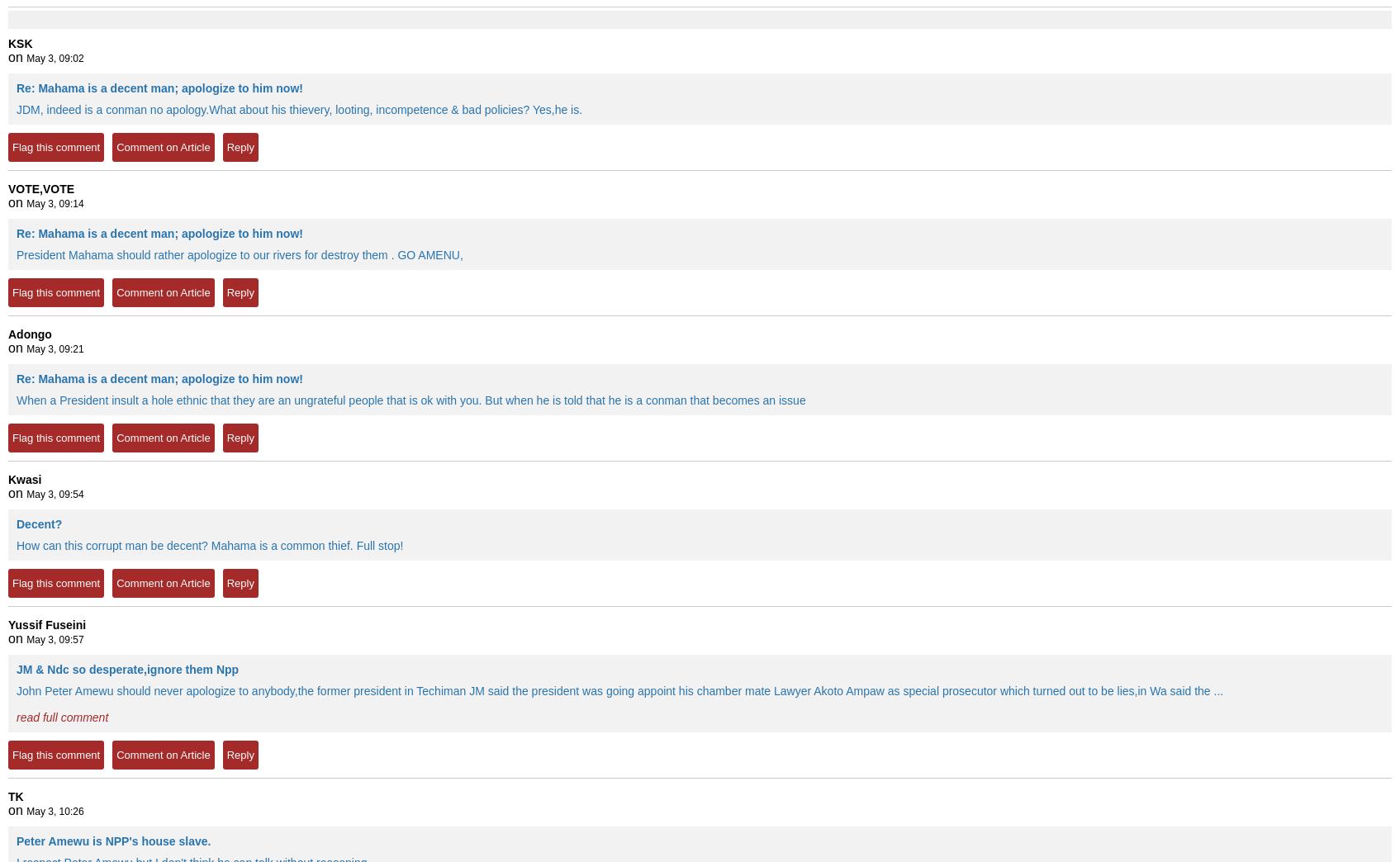 The image size is (1400, 862). I want to click on 'May  3, 09:14', so click(26, 204).